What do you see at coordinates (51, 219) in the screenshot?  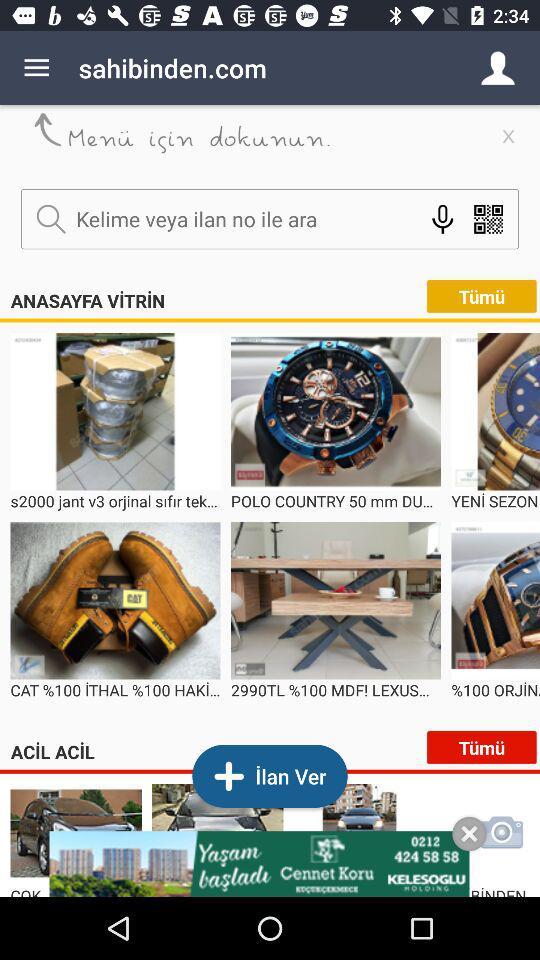 I see `the search icon` at bounding box center [51, 219].